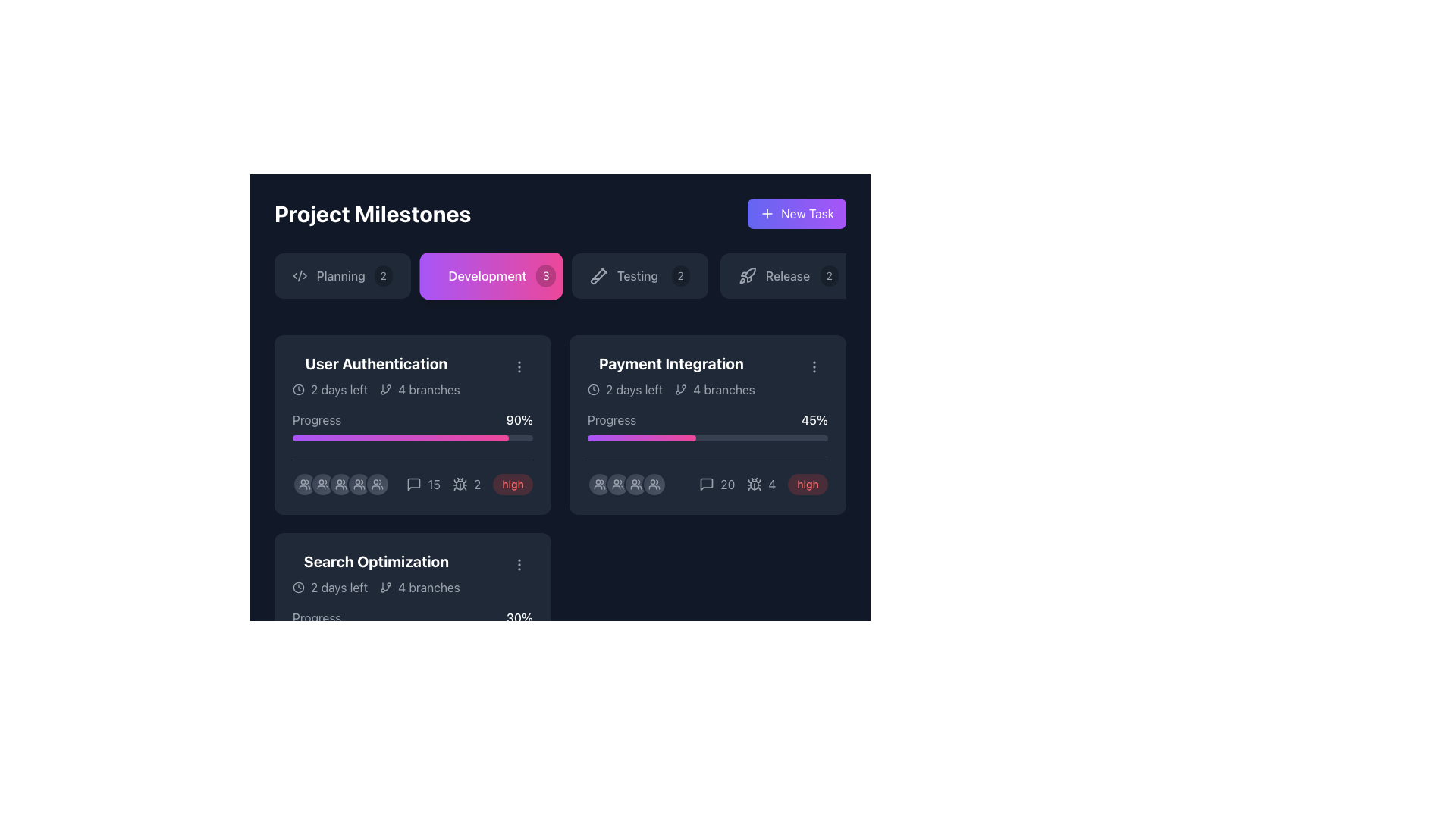 This screenshot has width=1456, height=819. Describe the element at coordinates (519, 564) in the screenshot. I see `the Vertical ellipsis icon located in the top-right corner of the 'Search Optimization' section in the bottom-left card` at that location.